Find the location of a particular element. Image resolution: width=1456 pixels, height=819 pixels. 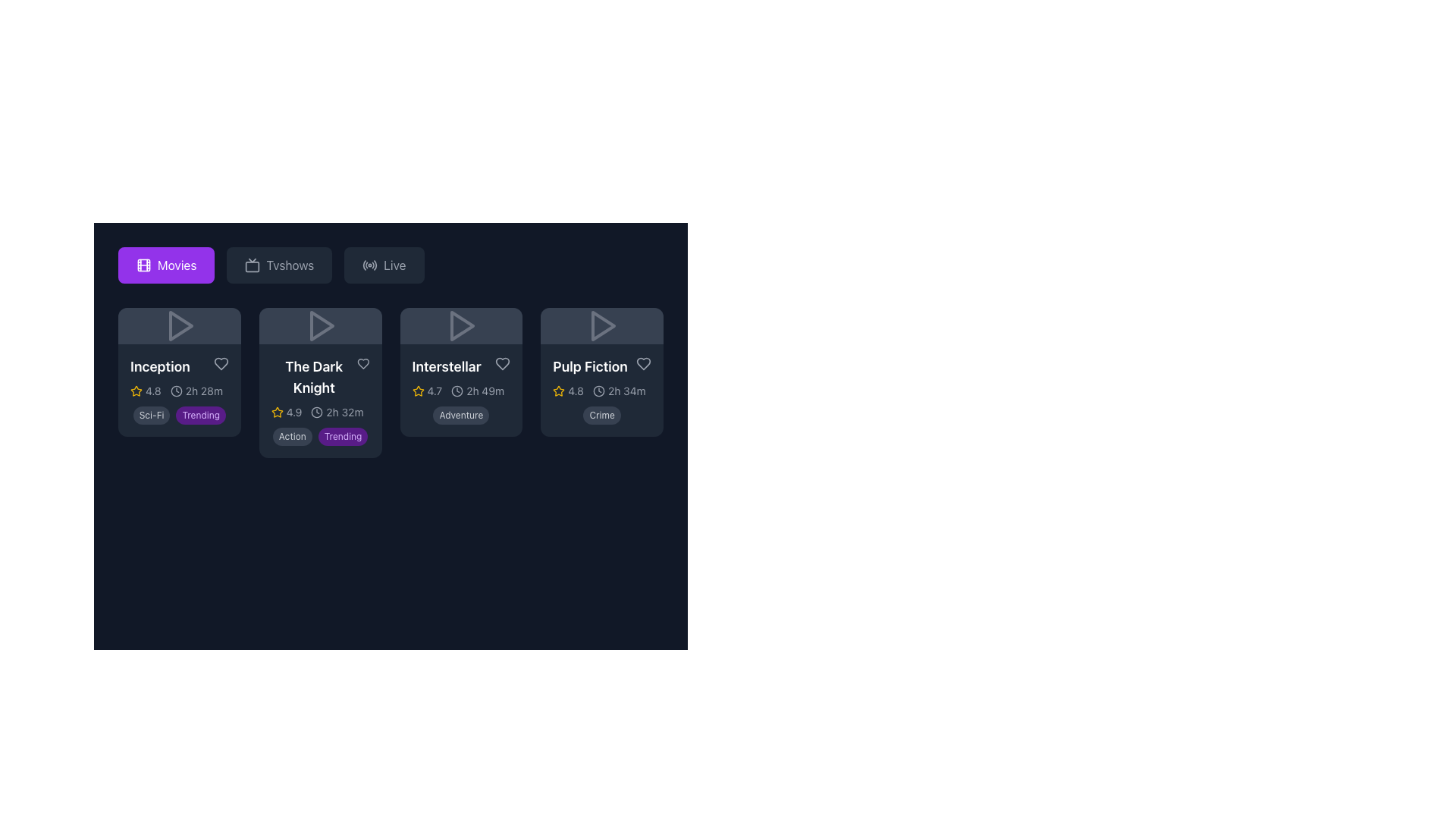

the static text element displaying the rating of the movie 'Interstellar', which shows a score of 4.7 out of 5 with a star icon, located in the third card of the interface is located at coordinates (426, 391).